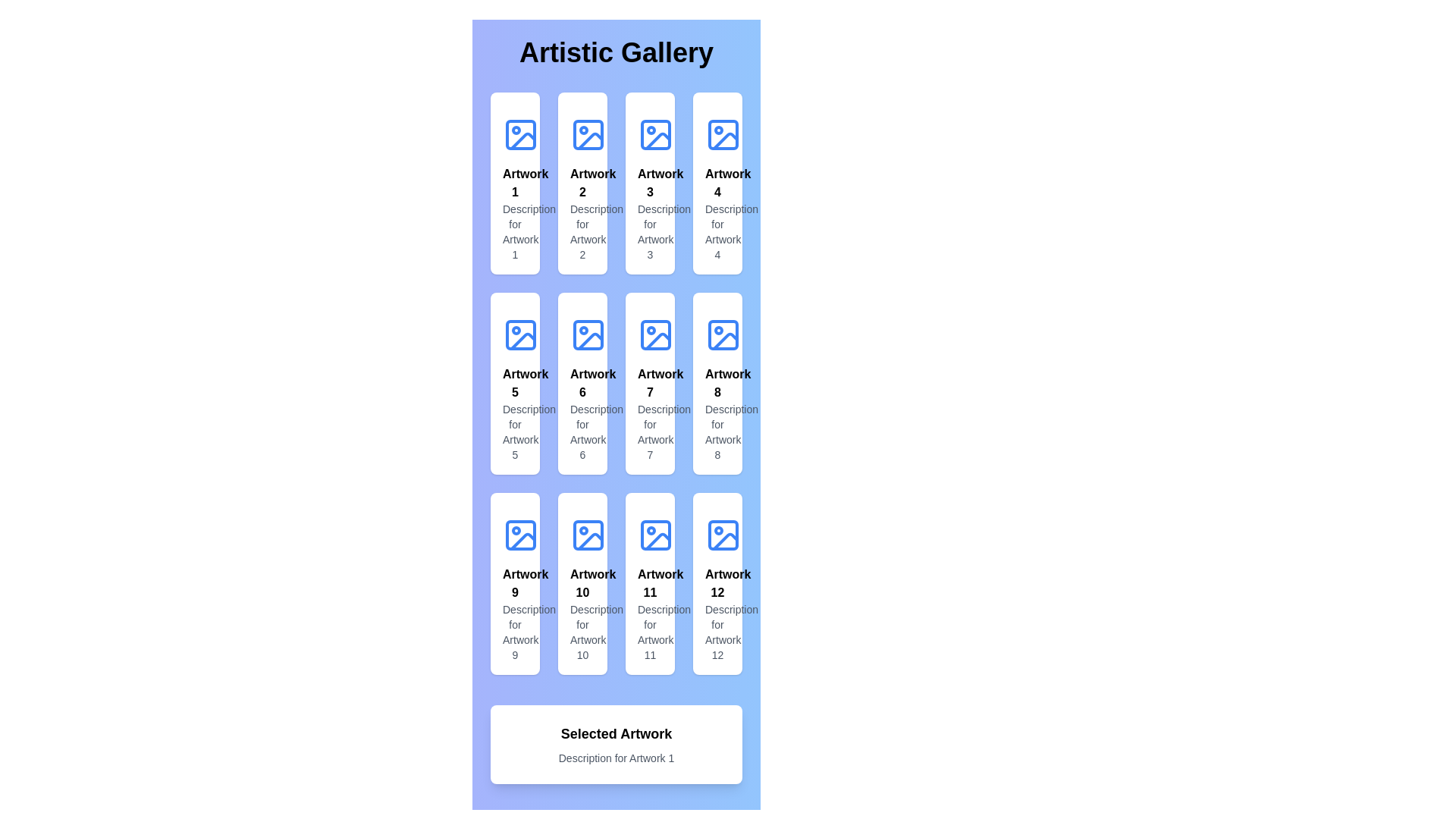  What do you see at coordinates (515, 583) in the screenshot?
I see `the Card displaying information about 'Artwork 9' in the Artistic Gallery, located in the third row and the first column` at bounding box center [515, 583].